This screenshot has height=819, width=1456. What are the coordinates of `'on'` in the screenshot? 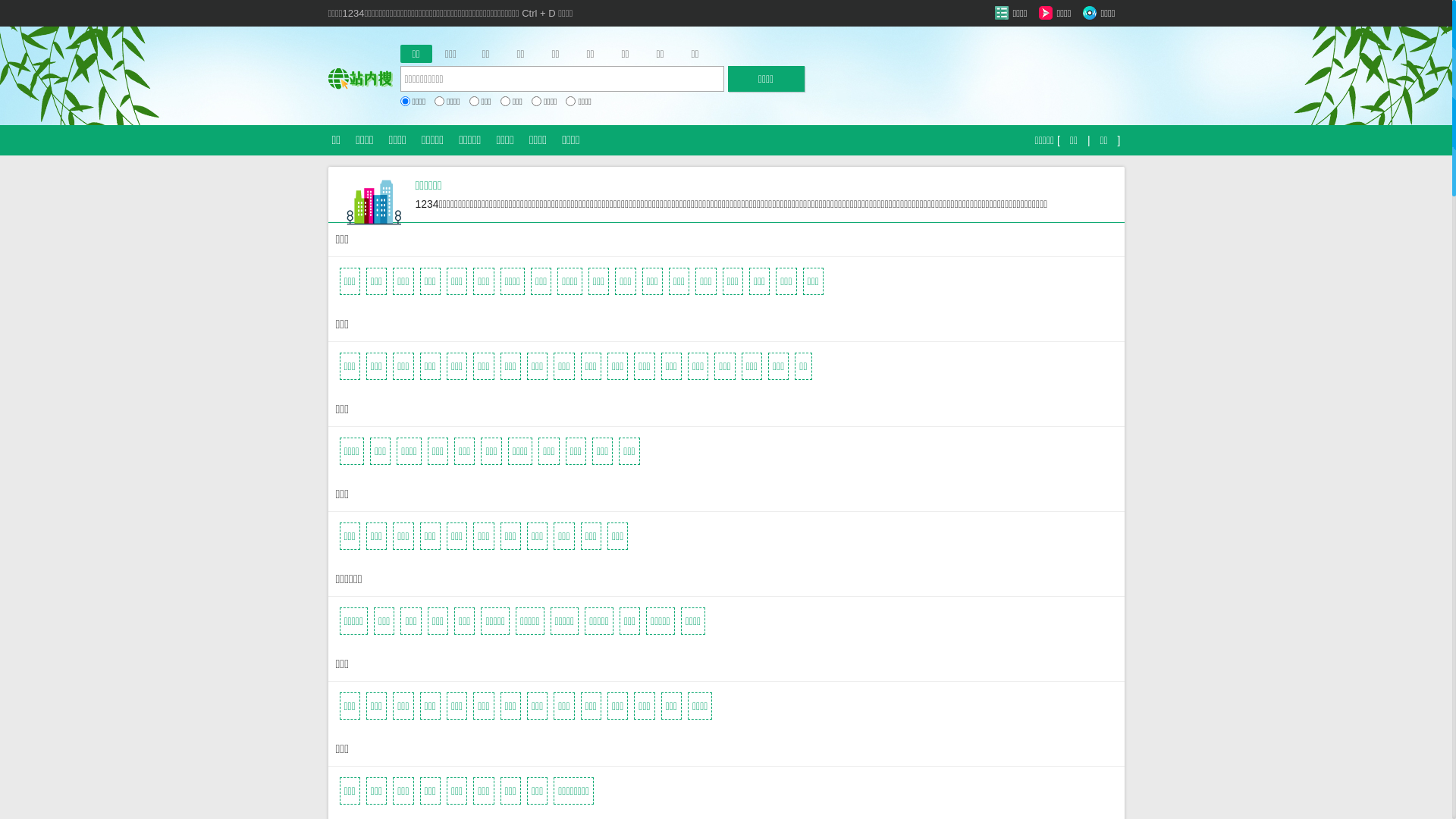 It's located at (438, 101).